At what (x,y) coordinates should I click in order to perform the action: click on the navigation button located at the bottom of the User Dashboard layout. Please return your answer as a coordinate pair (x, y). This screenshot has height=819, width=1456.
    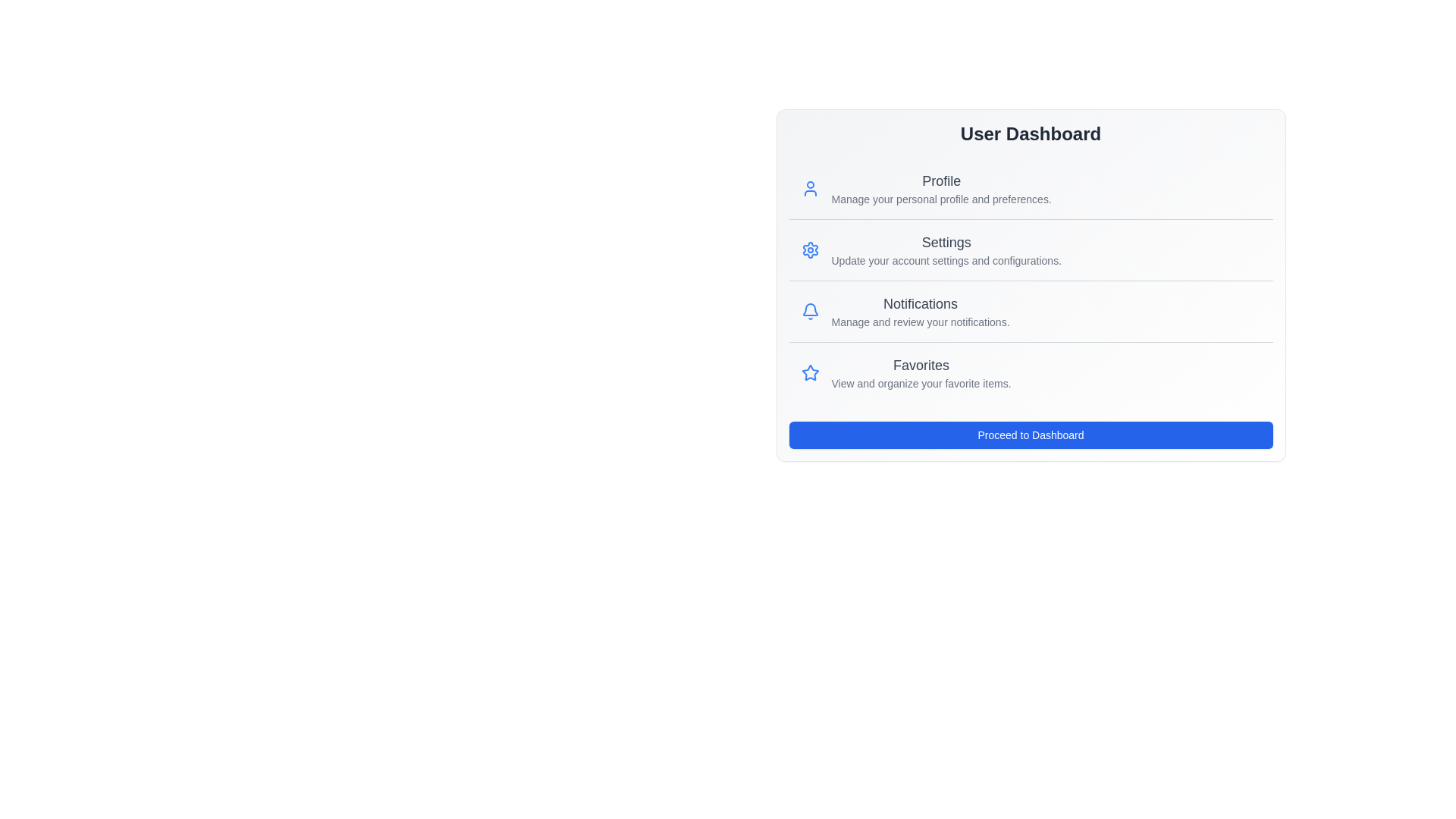
    Looking at the image, I should click on (1031, 435).